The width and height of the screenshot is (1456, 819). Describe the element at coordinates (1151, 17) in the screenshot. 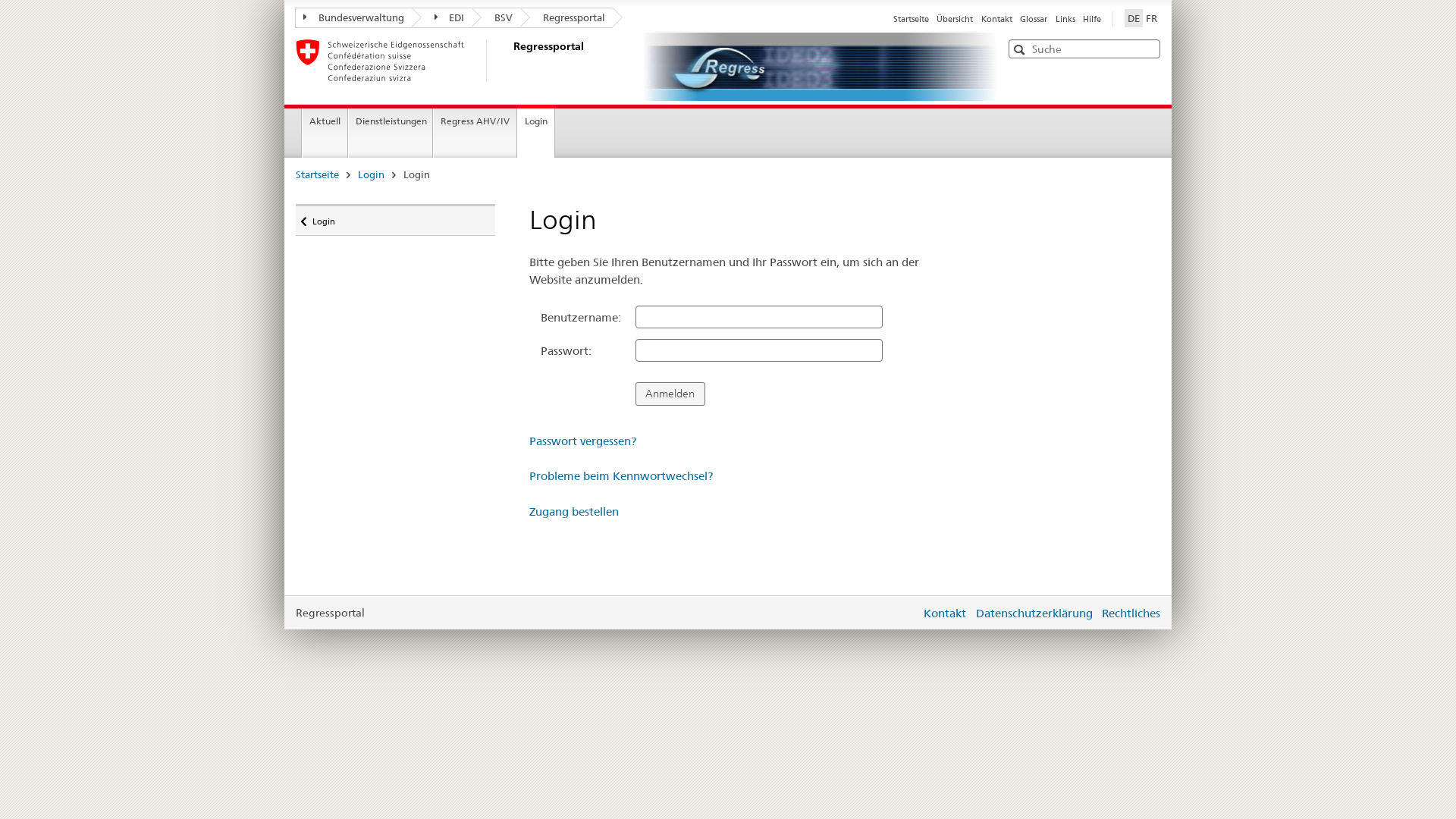

I see `'FR'` at that location.